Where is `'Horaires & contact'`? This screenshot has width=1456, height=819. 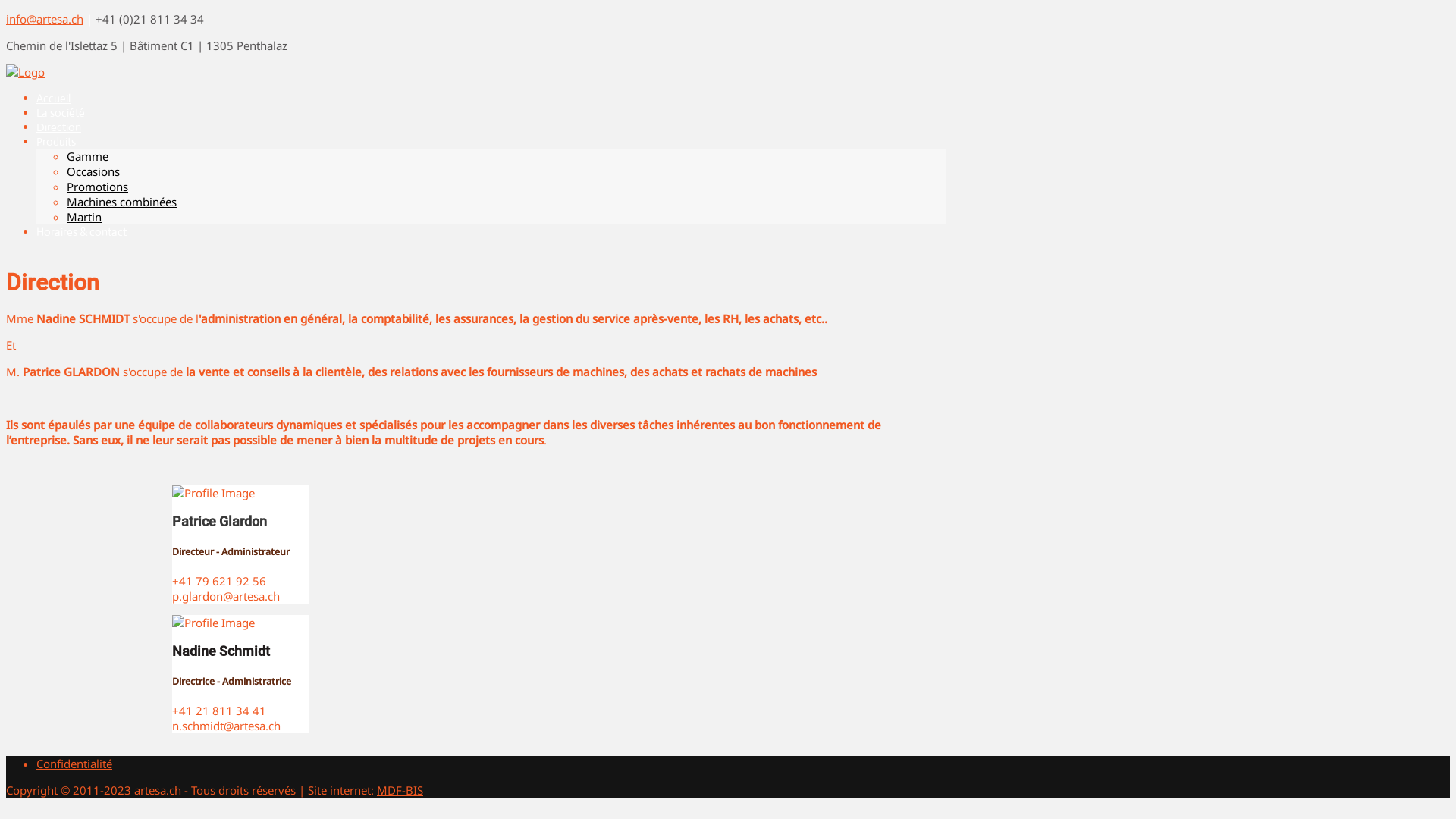 'Horaires & contact' is located at coordinates (80, 231).